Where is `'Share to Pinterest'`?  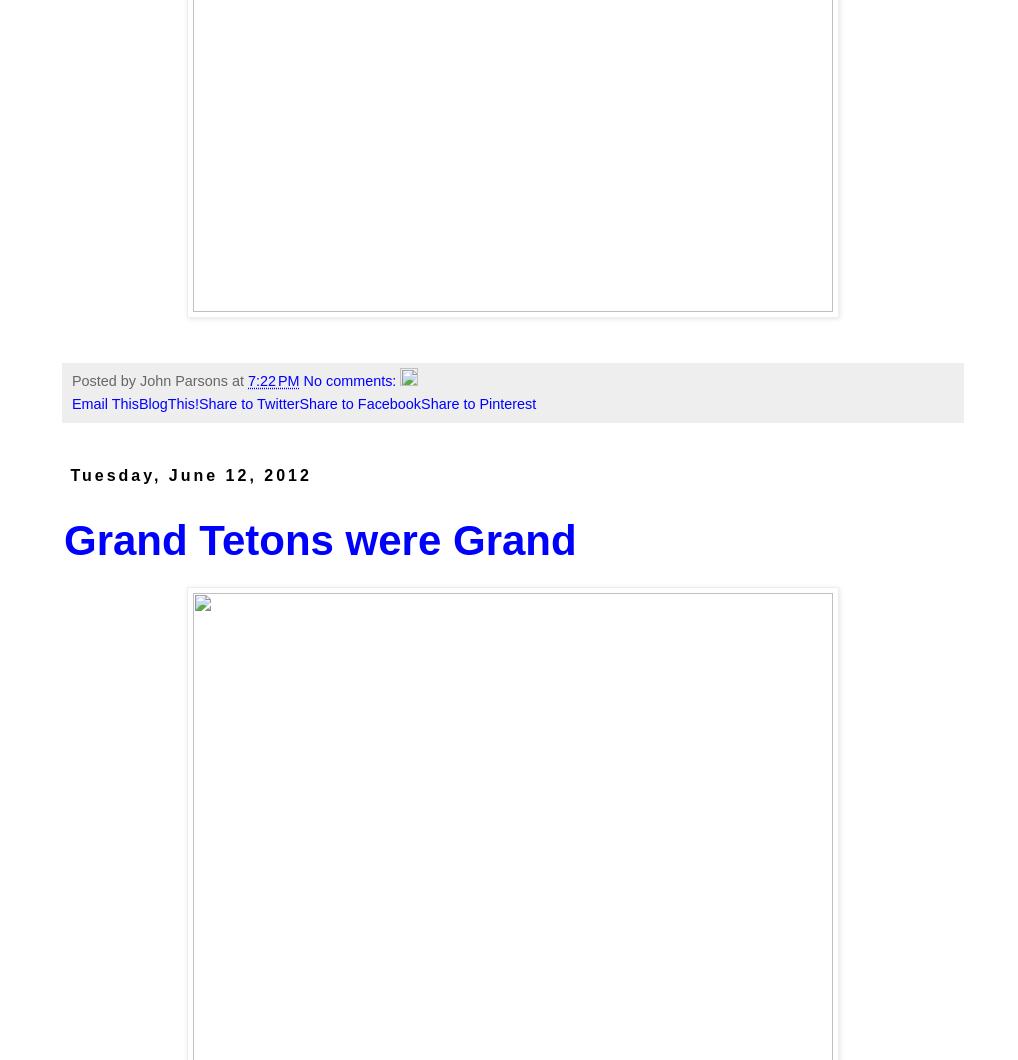
'Share to Pinterest' is located at coordinates (420, 402).